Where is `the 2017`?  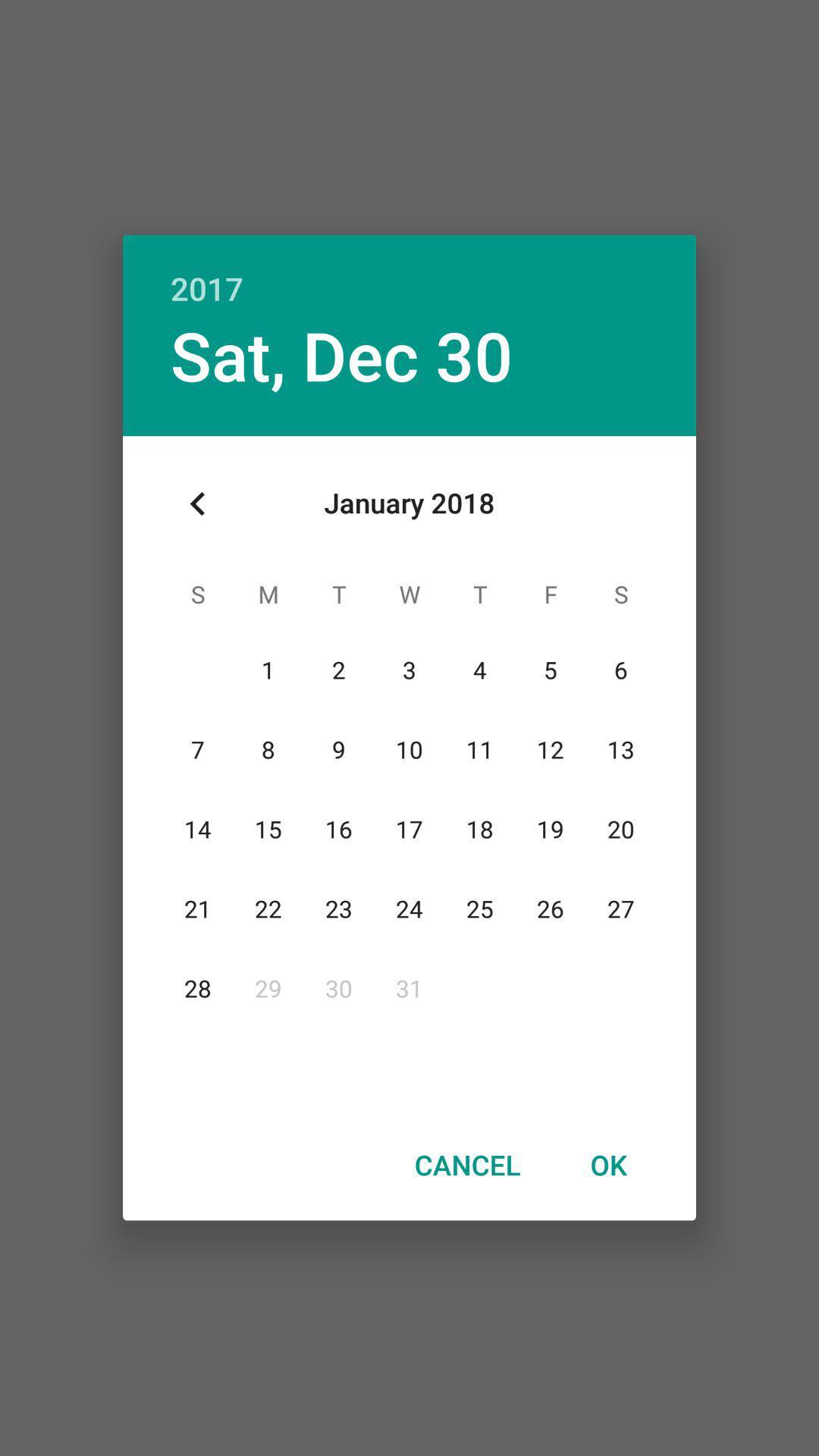 the 2017 is located at coordinates (409, 272).